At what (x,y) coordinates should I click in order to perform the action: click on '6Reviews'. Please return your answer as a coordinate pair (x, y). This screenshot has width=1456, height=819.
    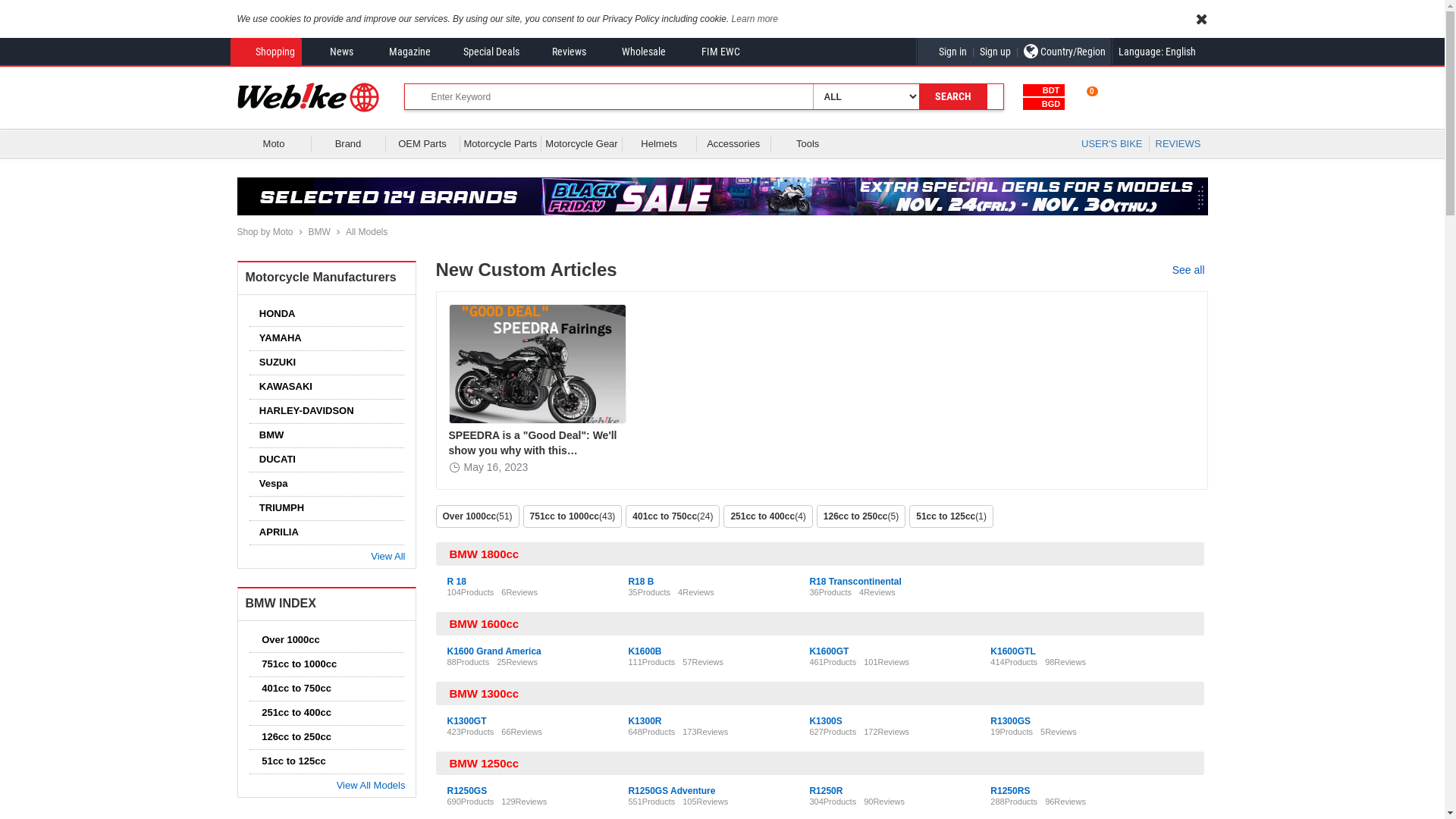
    Looking at the image, I should click on (519, 591).